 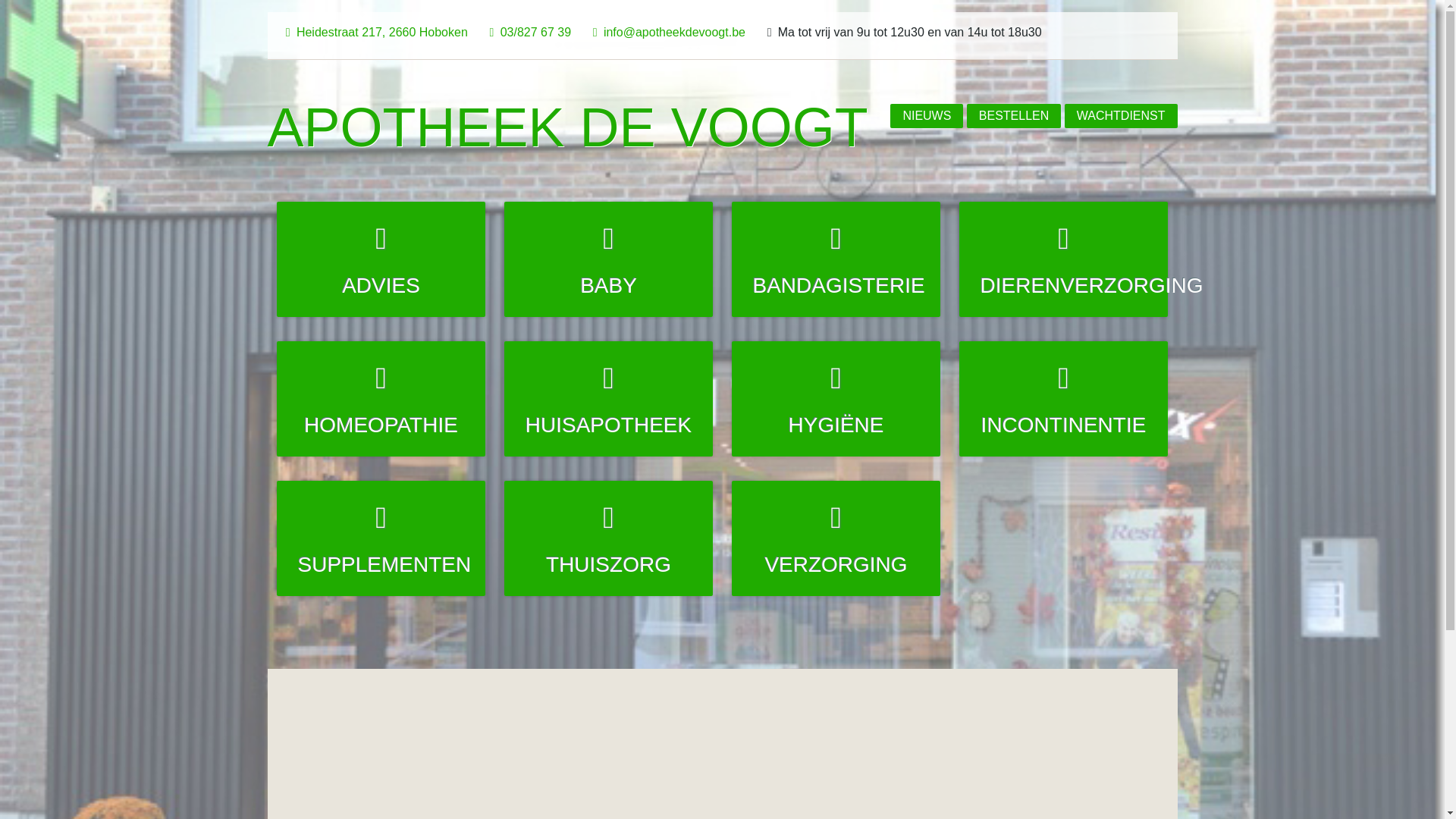 I want to click on '03/827 67 39', so click(x=527, y=32).